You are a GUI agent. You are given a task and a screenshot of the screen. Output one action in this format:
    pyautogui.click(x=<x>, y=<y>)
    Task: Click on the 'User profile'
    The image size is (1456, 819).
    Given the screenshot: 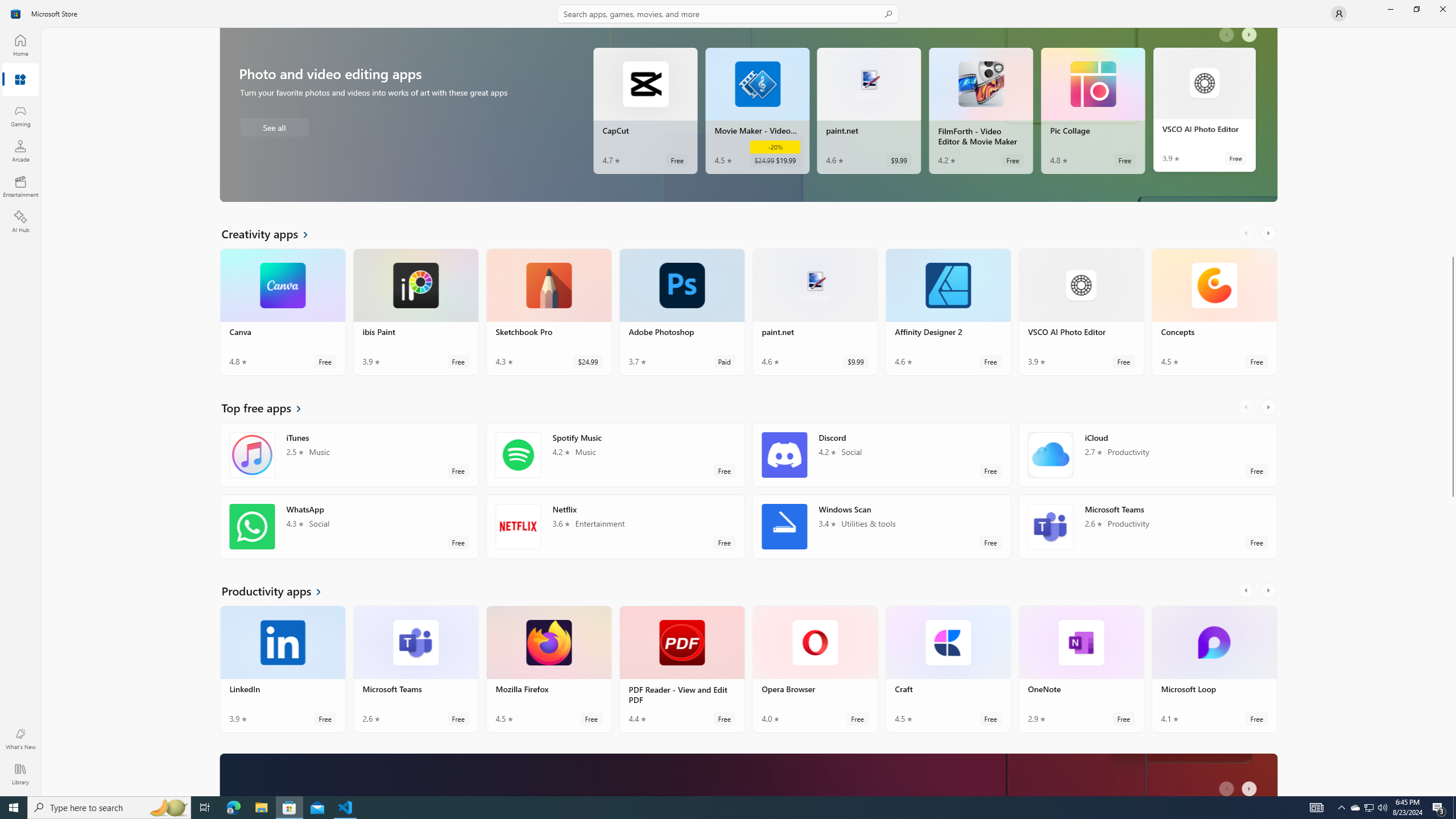 What is the action you would take?
    pyautogui.click(x=1338, y=13)
    